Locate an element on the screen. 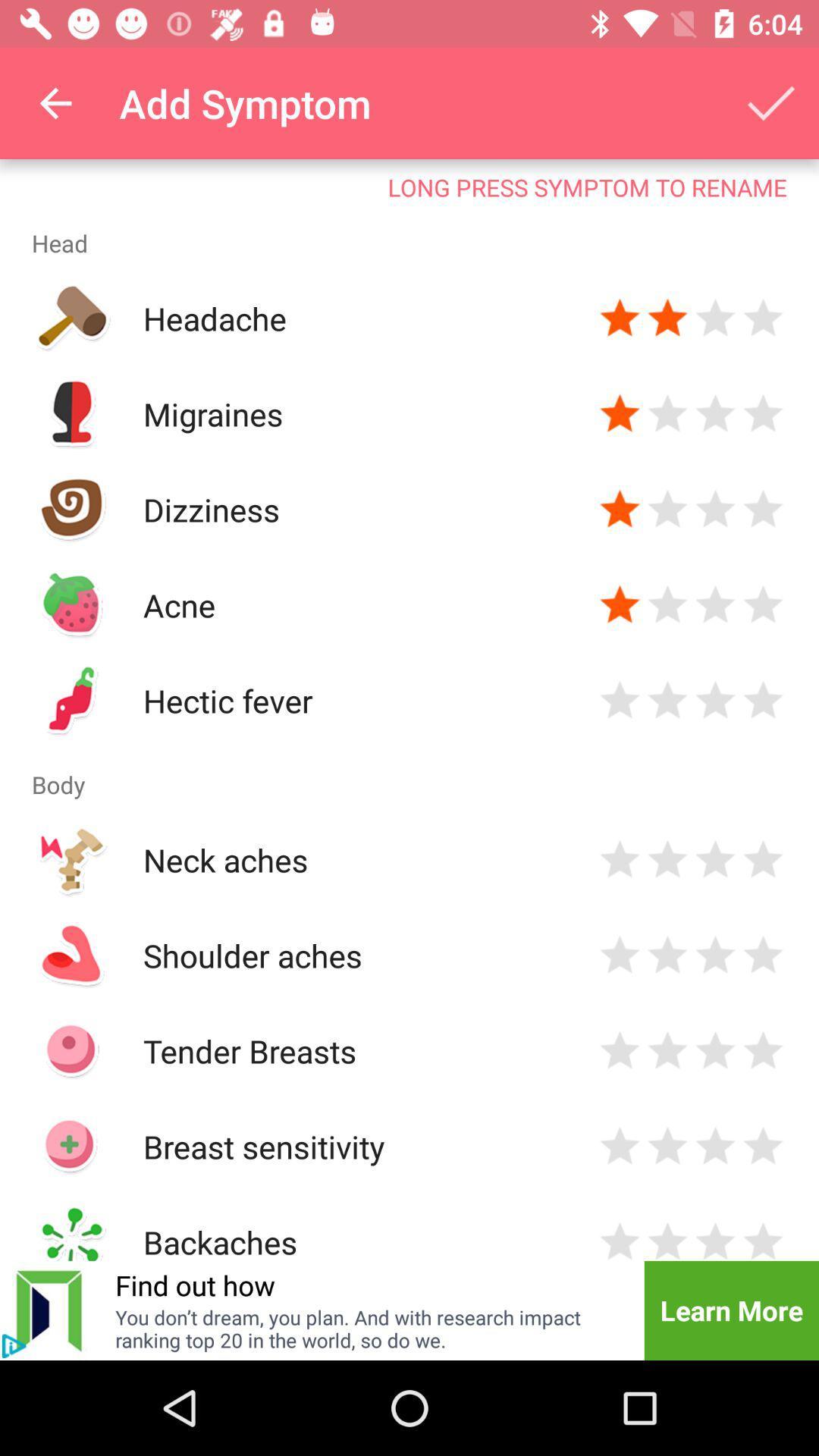 Image resolution: width=819 pixels, height=1456 pixels. 1 star rating is located at coordinates (620, 954).